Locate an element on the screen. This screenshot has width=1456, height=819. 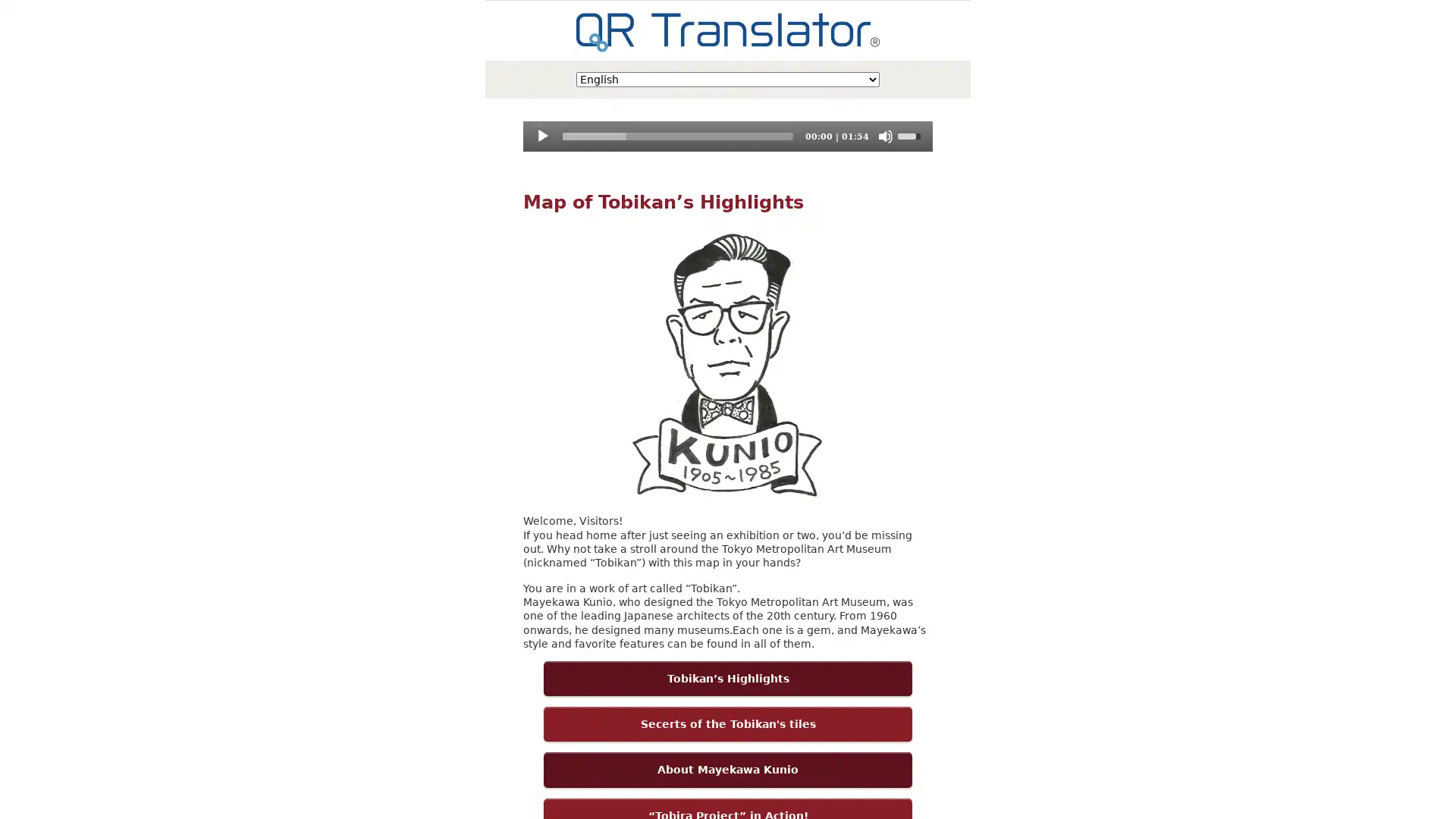
Play is located at coordinates (542, 136).